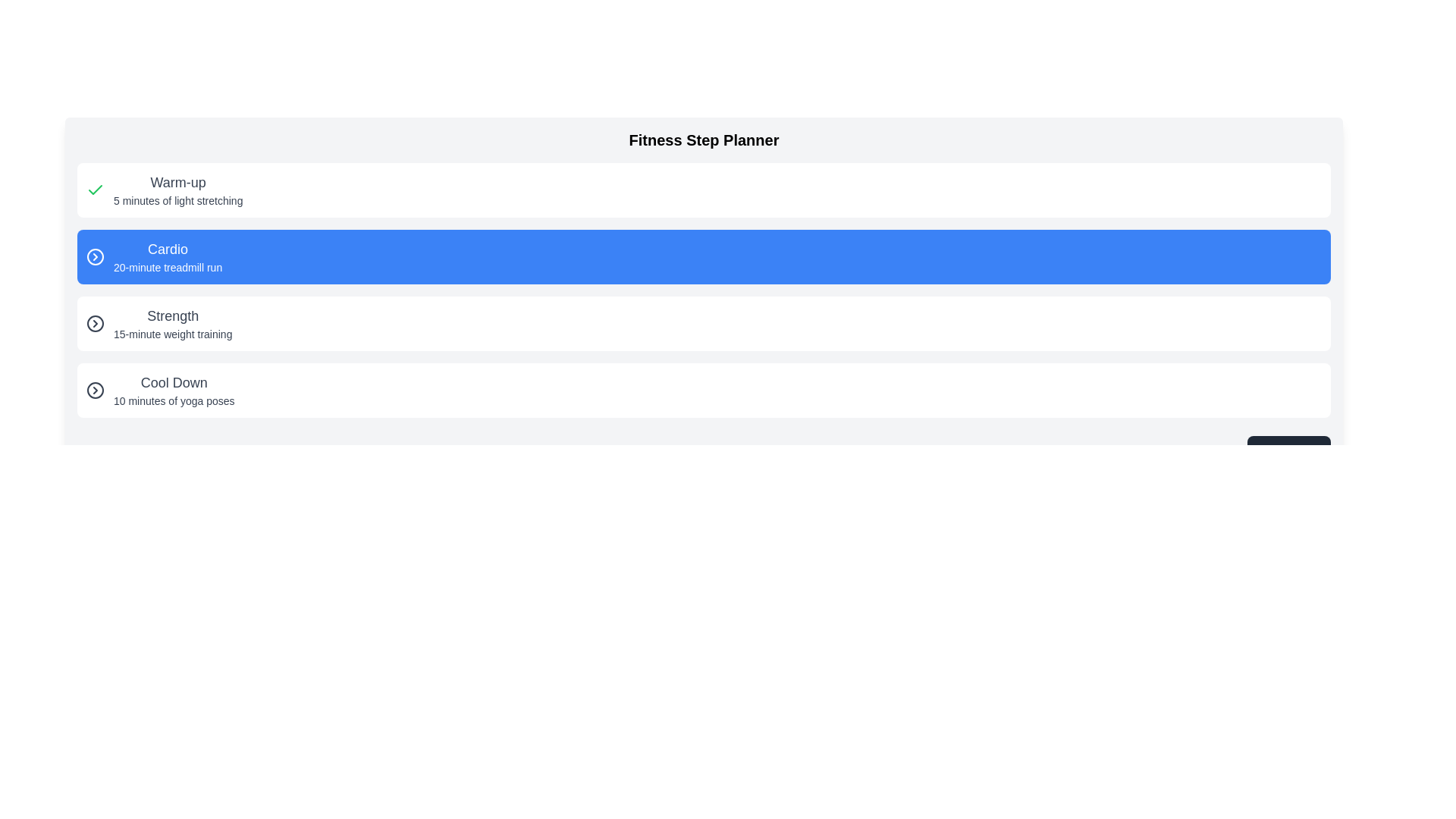 The width and height of the screenshot is (1456, 819). Describe the element at coordinates (173, 315) in the screenshot. I see `text content of the 'Strength' label, which is a bold and larger font text element located in the center-left of its enclosing section` at that location.